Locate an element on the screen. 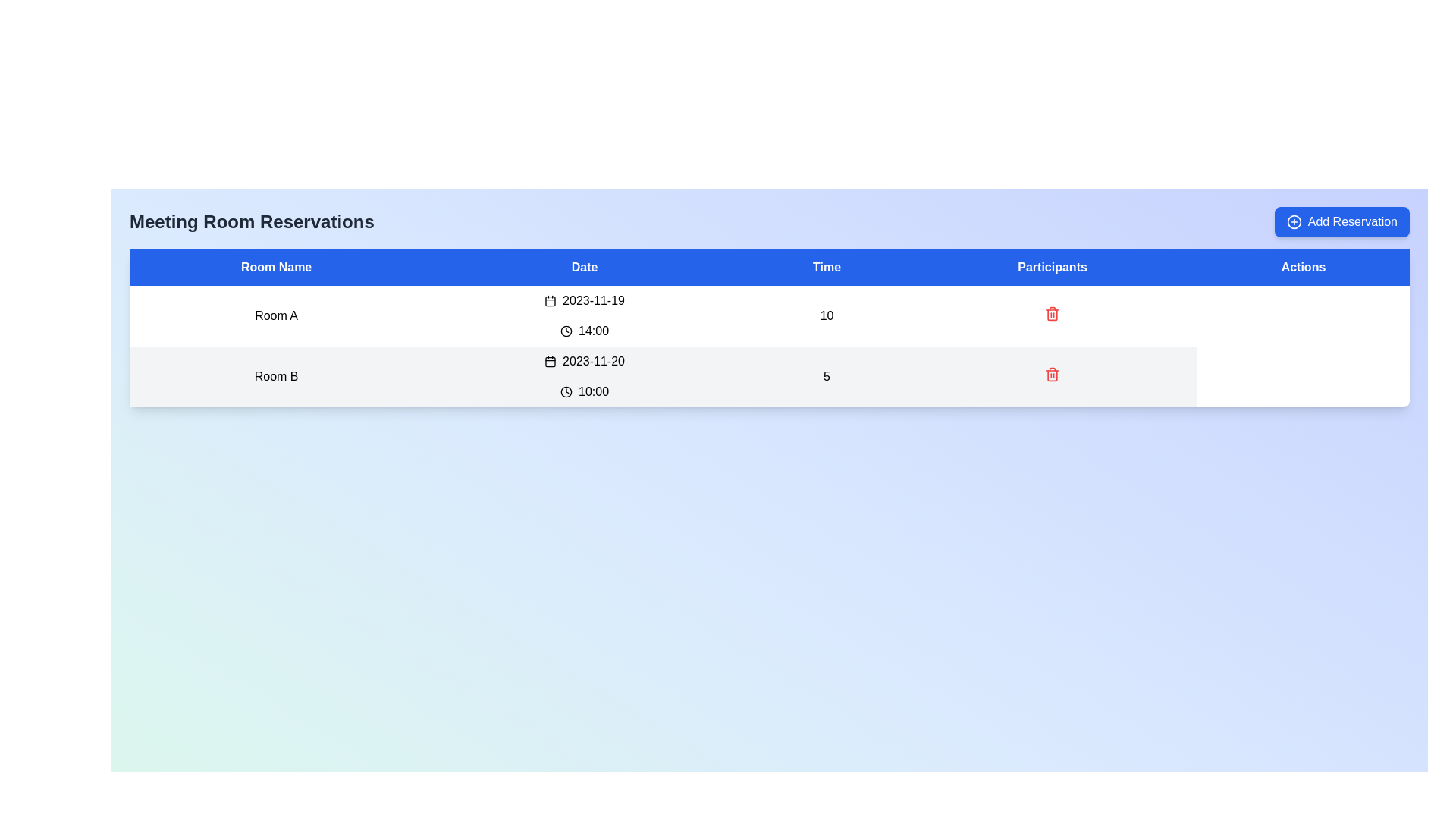 This screenshot has width=1456, height=819. the delete Icon button located in the Participants column of the first row of the table is located at coordinates (1051, 315).